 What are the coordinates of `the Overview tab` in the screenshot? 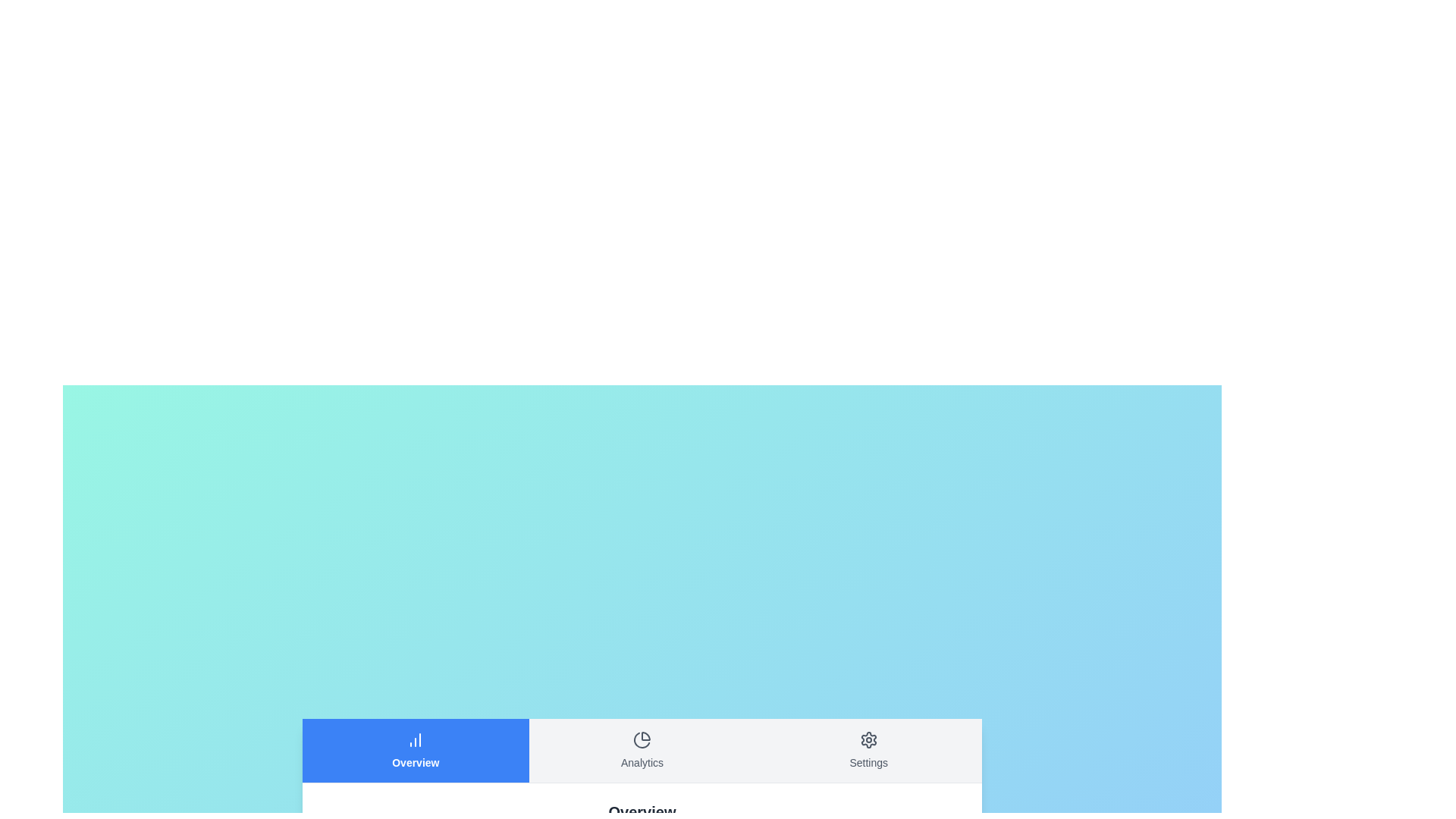 It's located at (416, 749).